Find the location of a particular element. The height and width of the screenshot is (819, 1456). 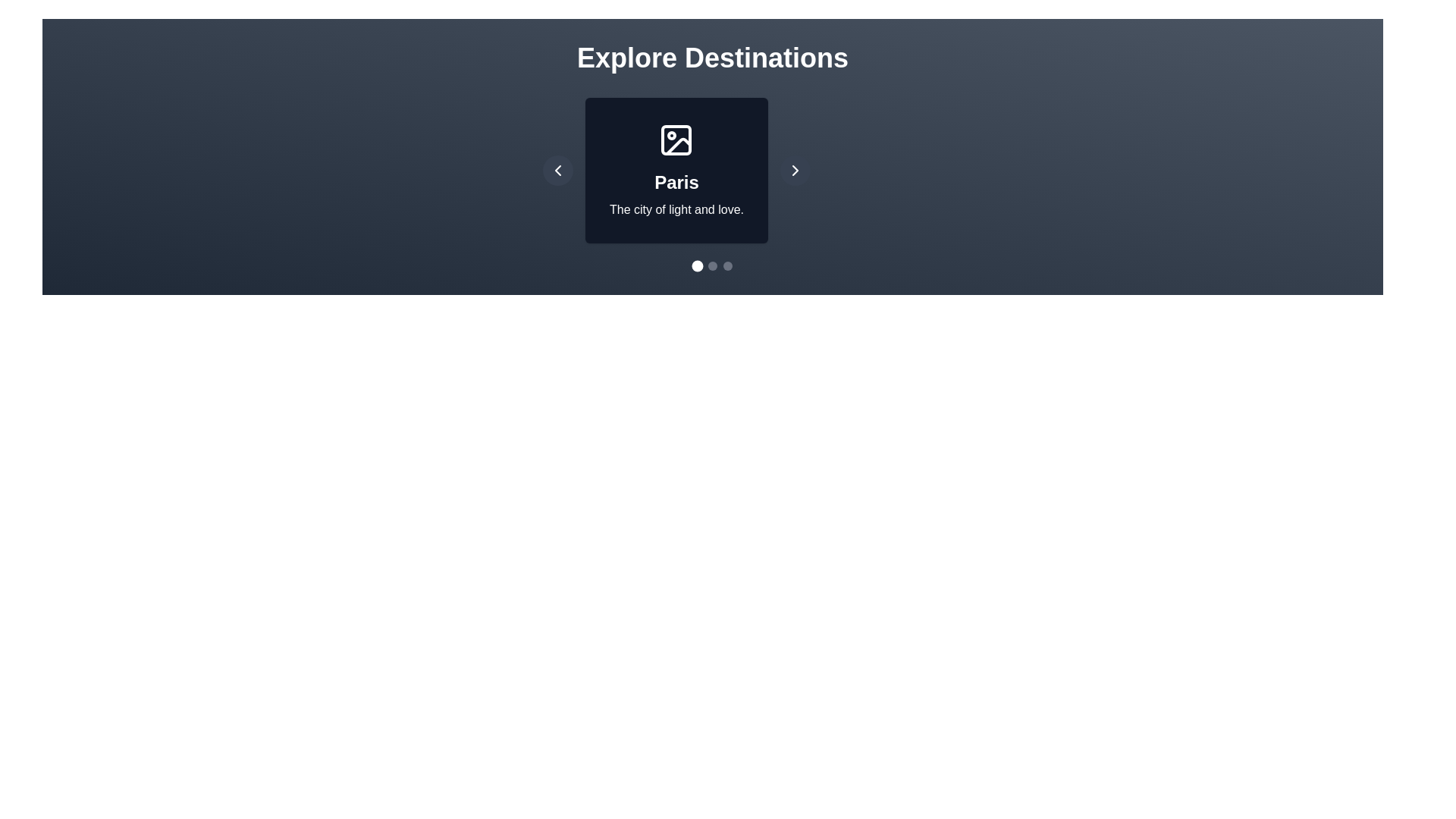

the dot corresponding to destination 2 is located at coordinates (728, 265).